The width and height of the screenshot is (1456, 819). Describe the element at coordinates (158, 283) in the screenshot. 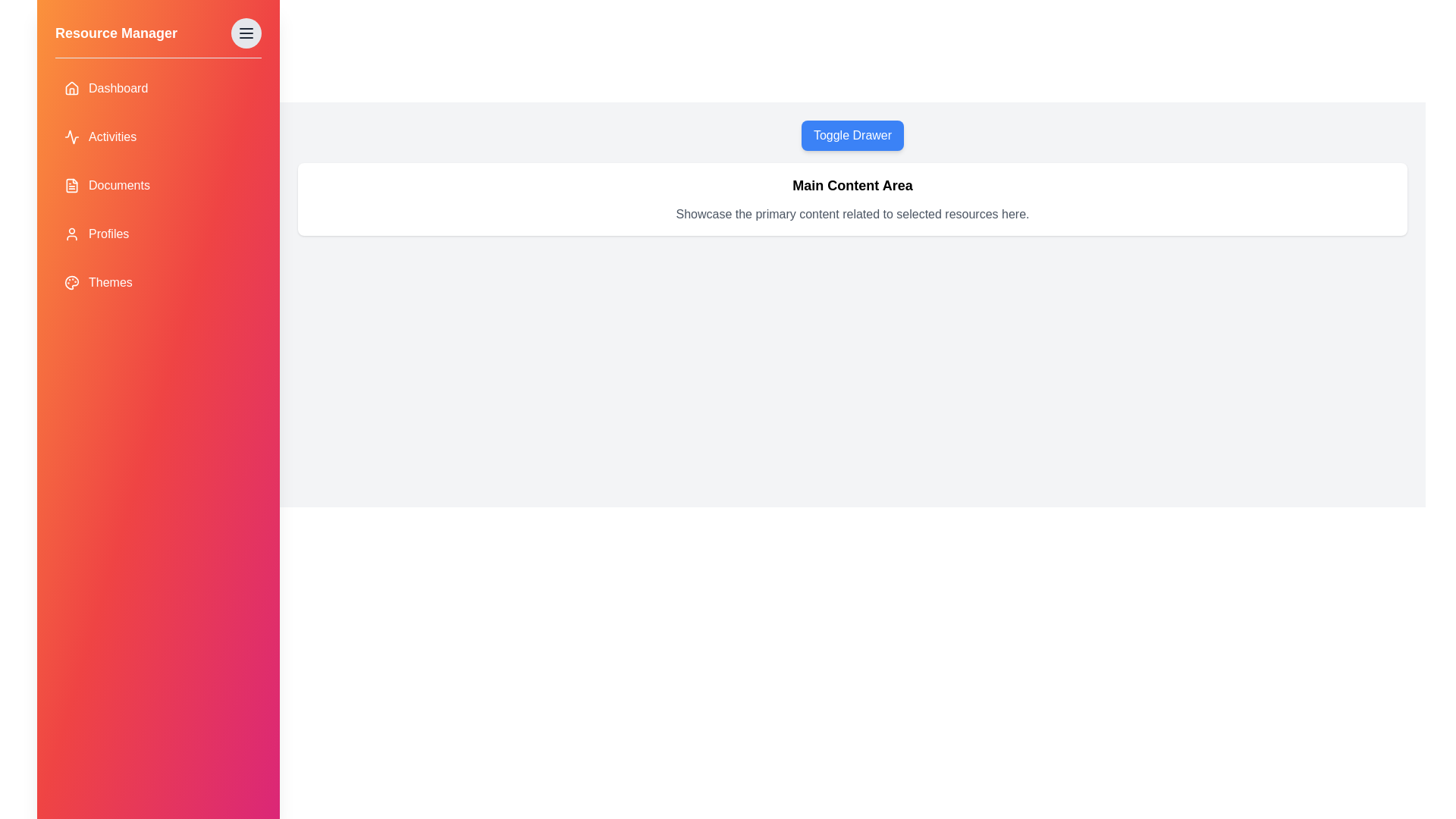

I see `the Themes item in the drawer to navigate to that section` at that location.